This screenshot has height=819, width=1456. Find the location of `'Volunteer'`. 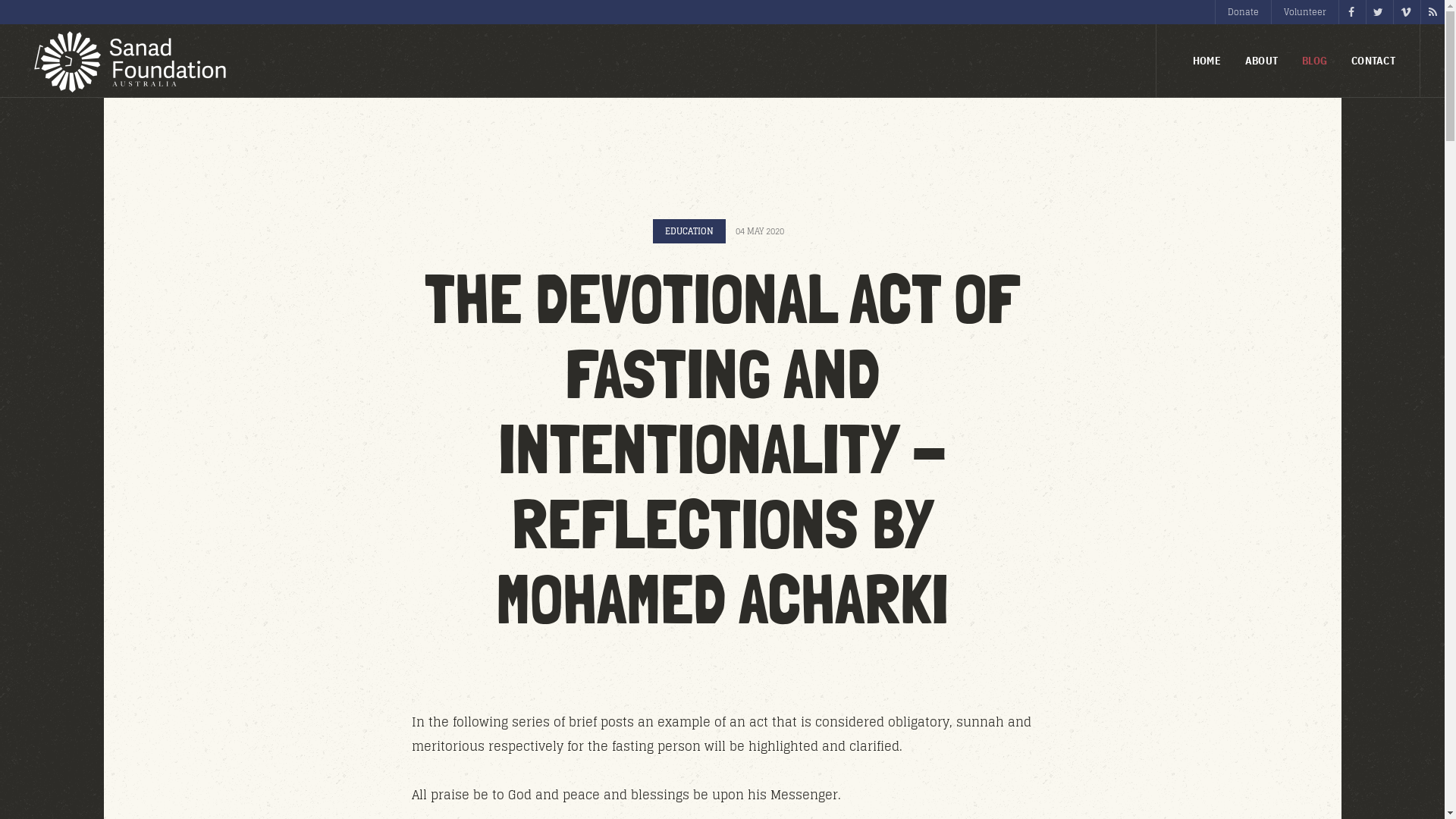

'Volunteer' is located at coordinates (1304, 11).